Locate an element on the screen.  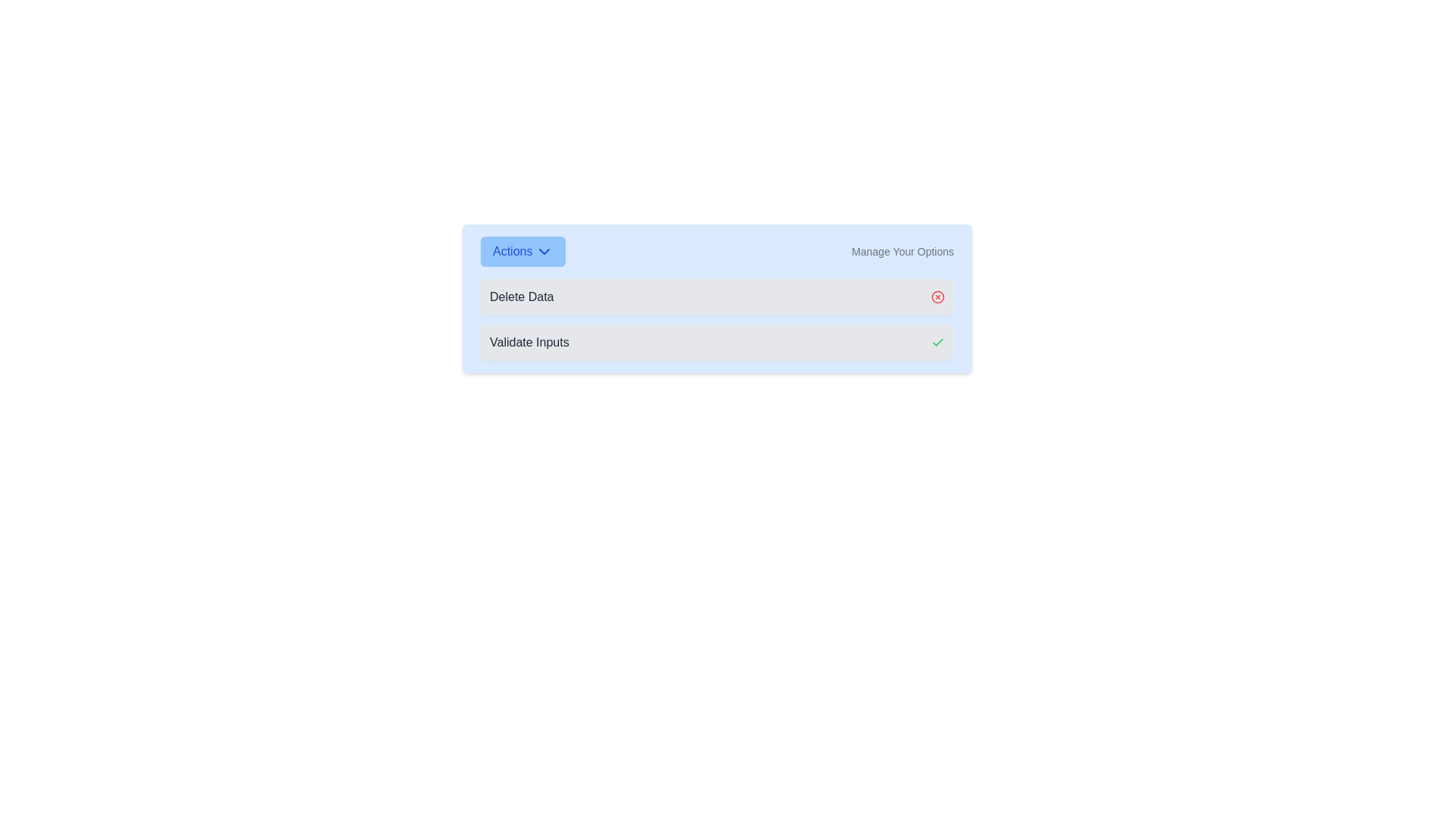
the checkmark symbol within the 'Validate Inputs' section to confirm or complete the action is located at coordinates (937, 342).